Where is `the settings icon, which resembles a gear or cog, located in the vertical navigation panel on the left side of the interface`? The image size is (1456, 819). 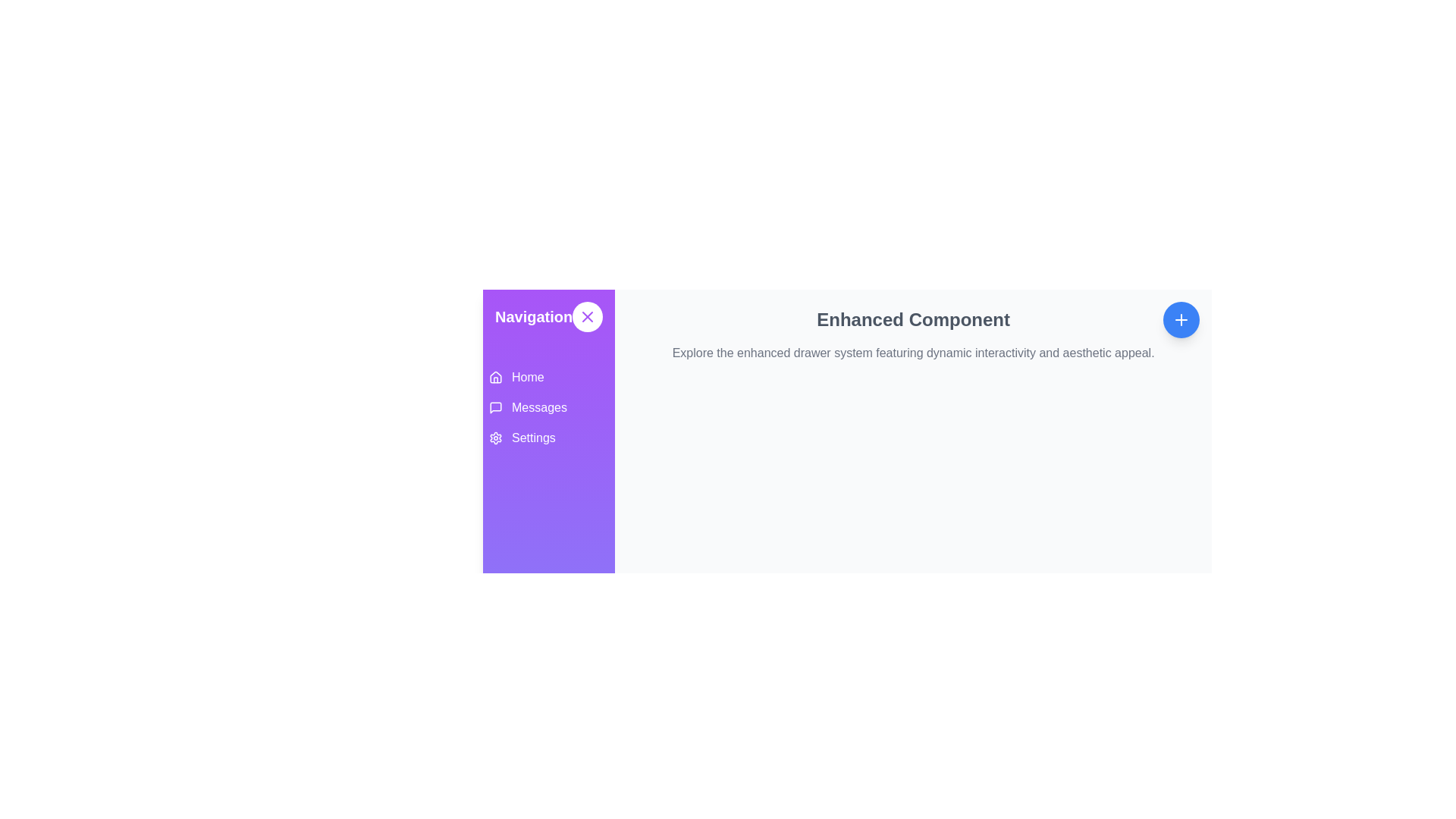 the settings icon, which resembles a gear or cog, located in the vertical navigation panel on the left side of the interface is located at coordinates (495, 438).